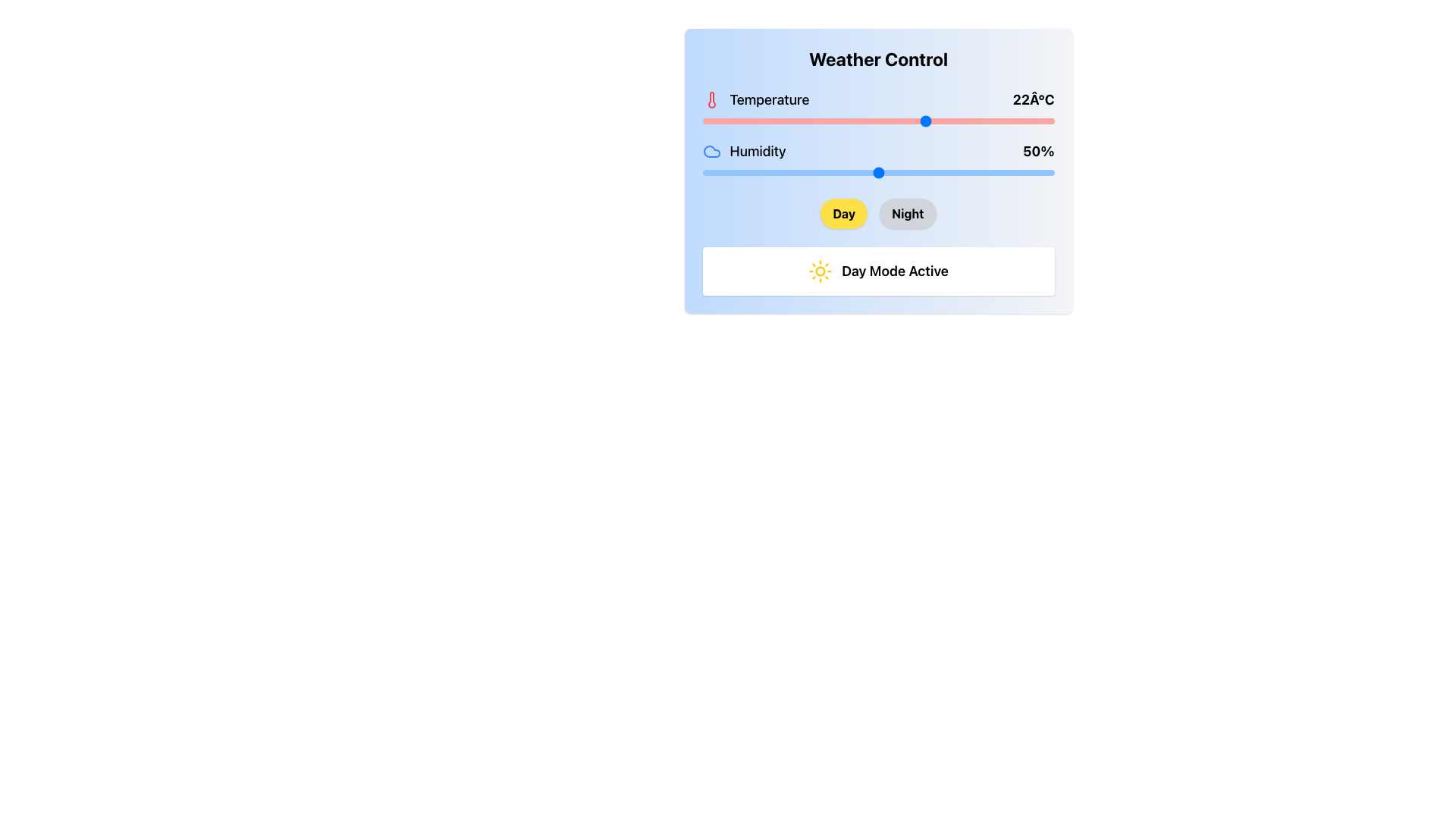  What do you see at coordinates (878, 58) in the screenshot?
I see `the bold, centered text header displaying 'Weather Control' at the top of the weather configuration widget` at bounding box center [878, 58].